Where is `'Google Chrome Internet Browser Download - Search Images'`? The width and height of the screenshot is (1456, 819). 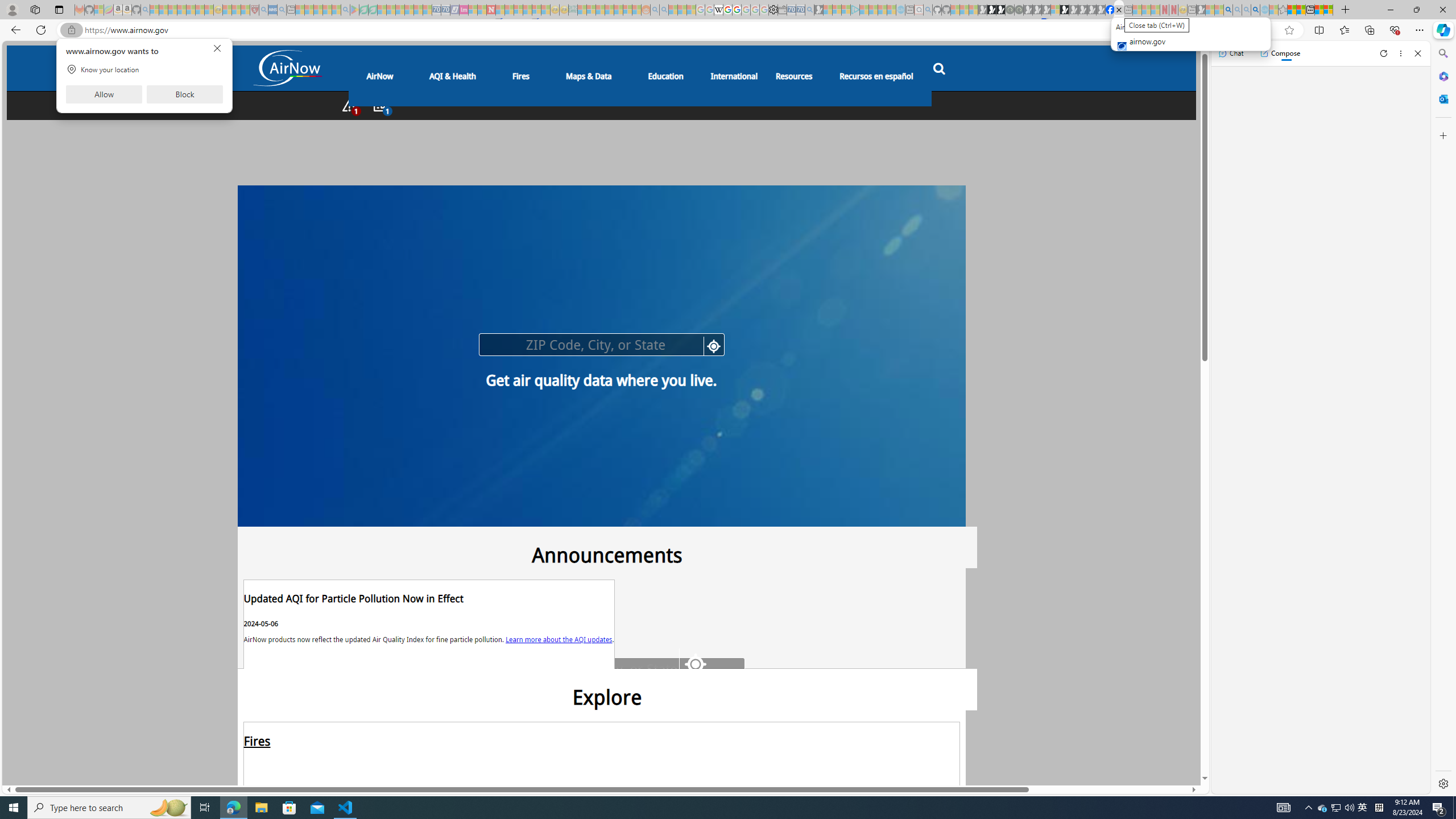 'Google Chrome Internet Browser Download - Search Images' is located at coordinates (1256, 9).